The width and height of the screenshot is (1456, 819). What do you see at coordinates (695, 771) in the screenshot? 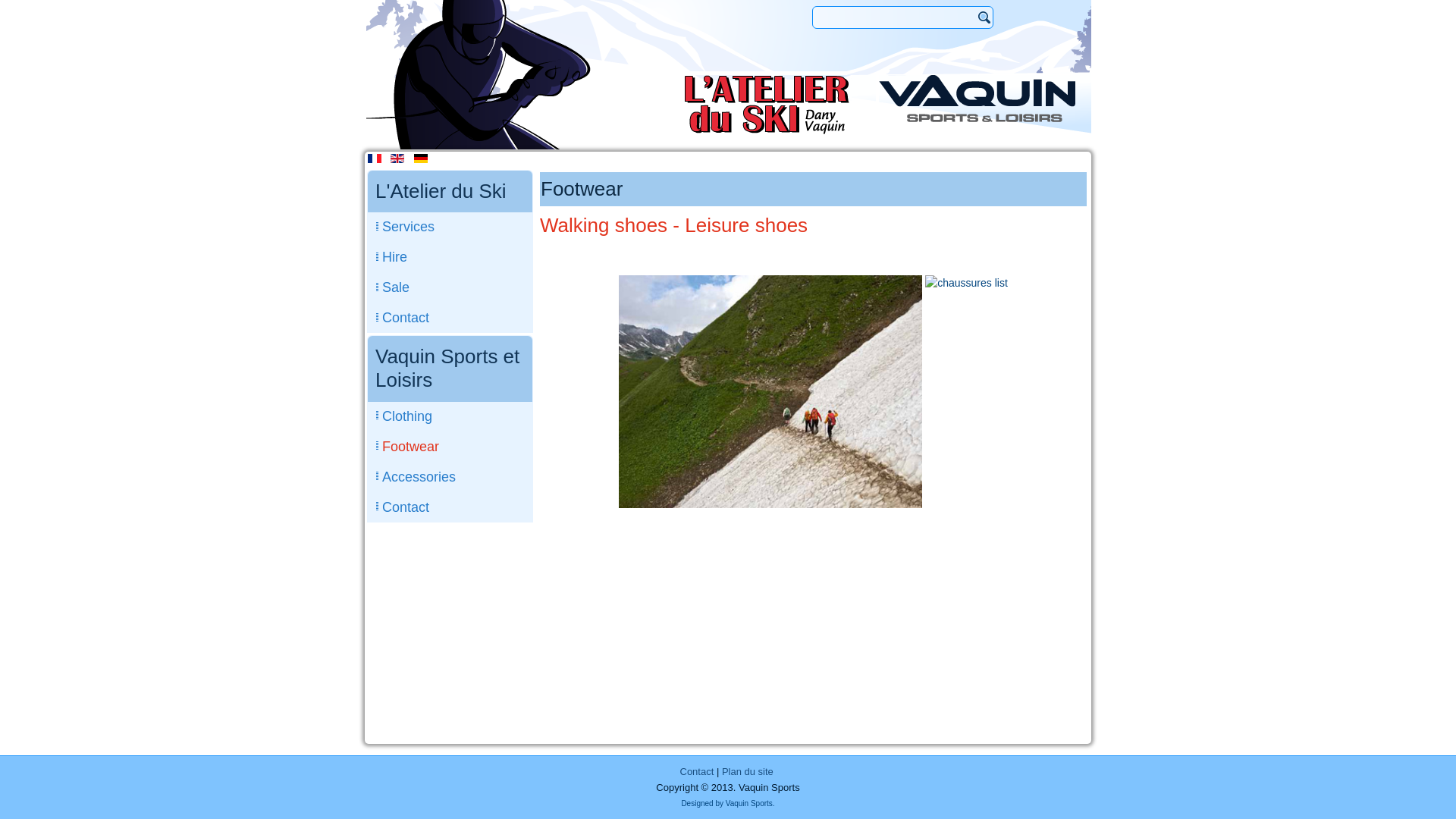
I see `'Contact'` at bounding box center [695, 771].